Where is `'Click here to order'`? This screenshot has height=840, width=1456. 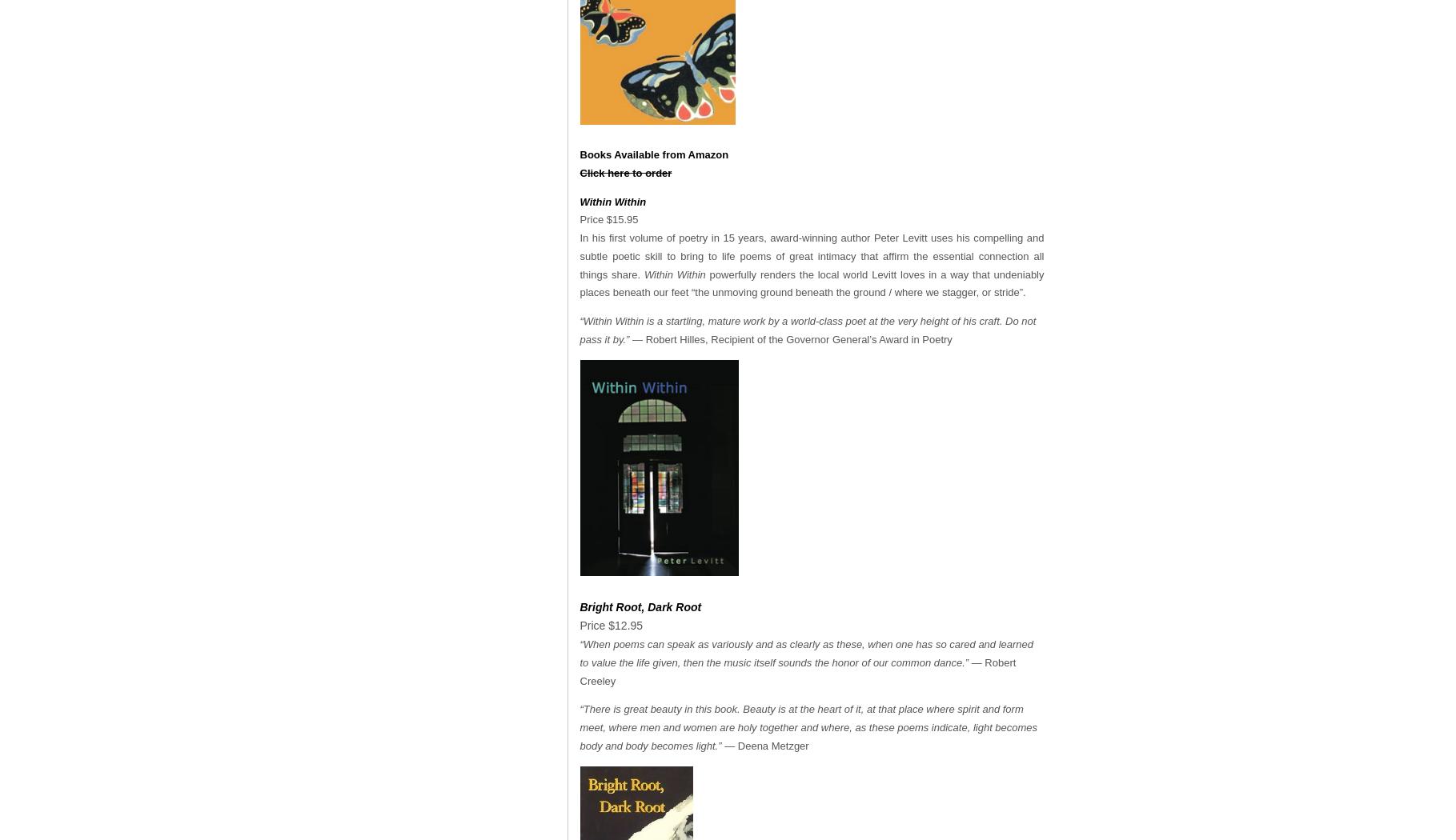
'Click here to order' is located at coordinates (625, 171).